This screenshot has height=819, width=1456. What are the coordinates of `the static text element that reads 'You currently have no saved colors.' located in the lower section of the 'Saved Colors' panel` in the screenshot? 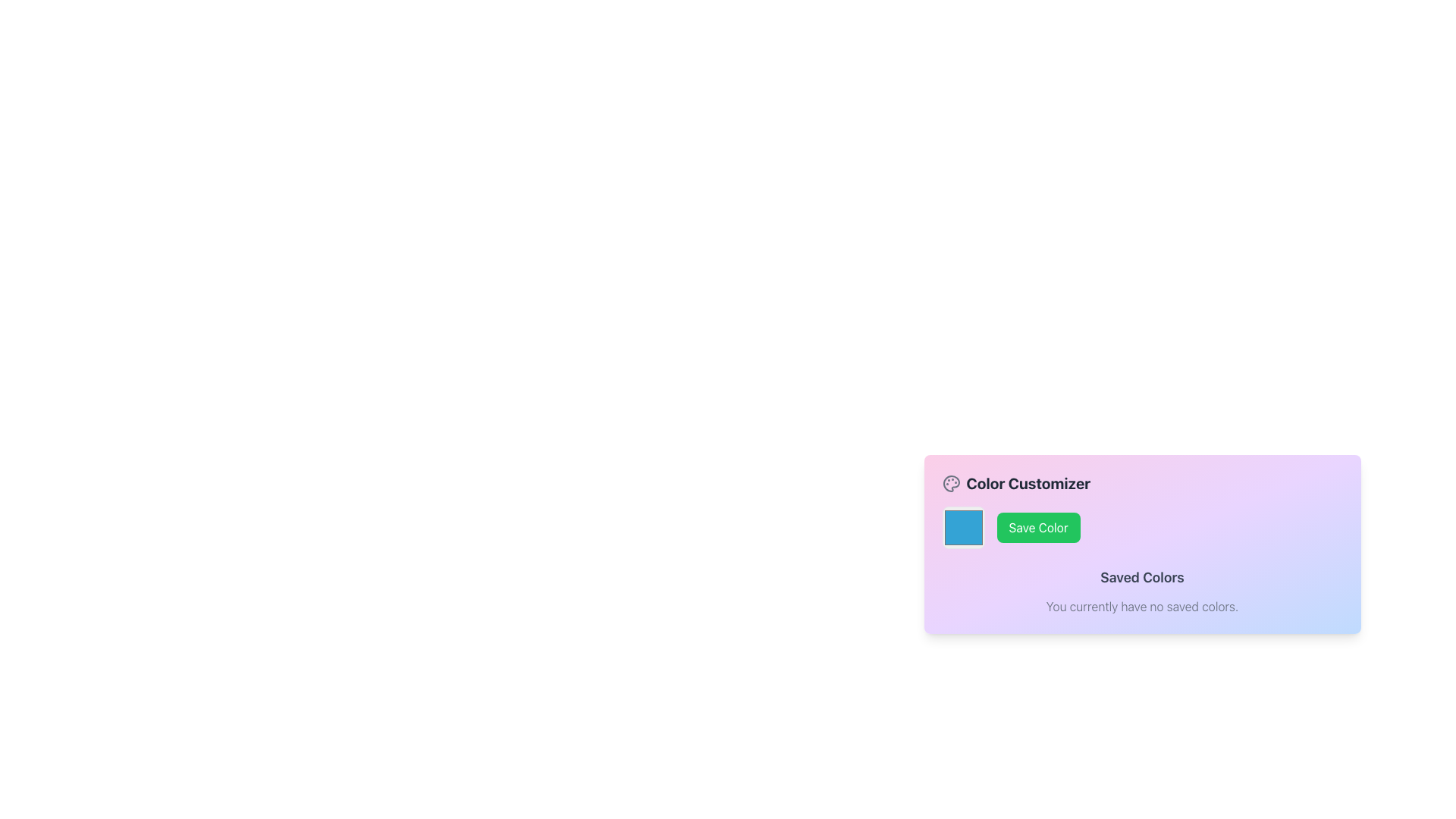 It's located at (1142, 605).